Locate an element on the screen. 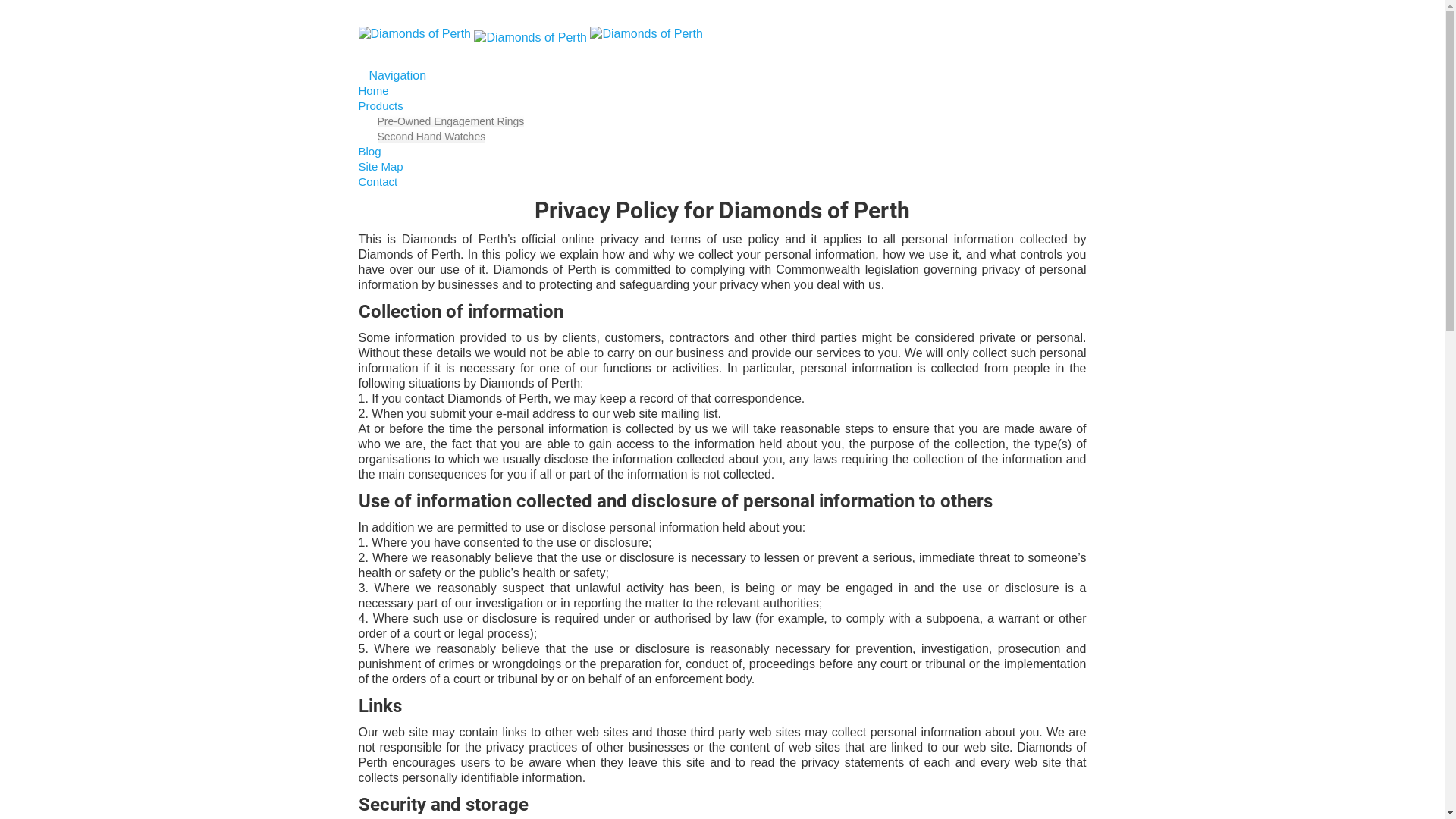 The height and width of the screenshot is (819, 1456). 'Navigation' is located at coordinates (392, 75).